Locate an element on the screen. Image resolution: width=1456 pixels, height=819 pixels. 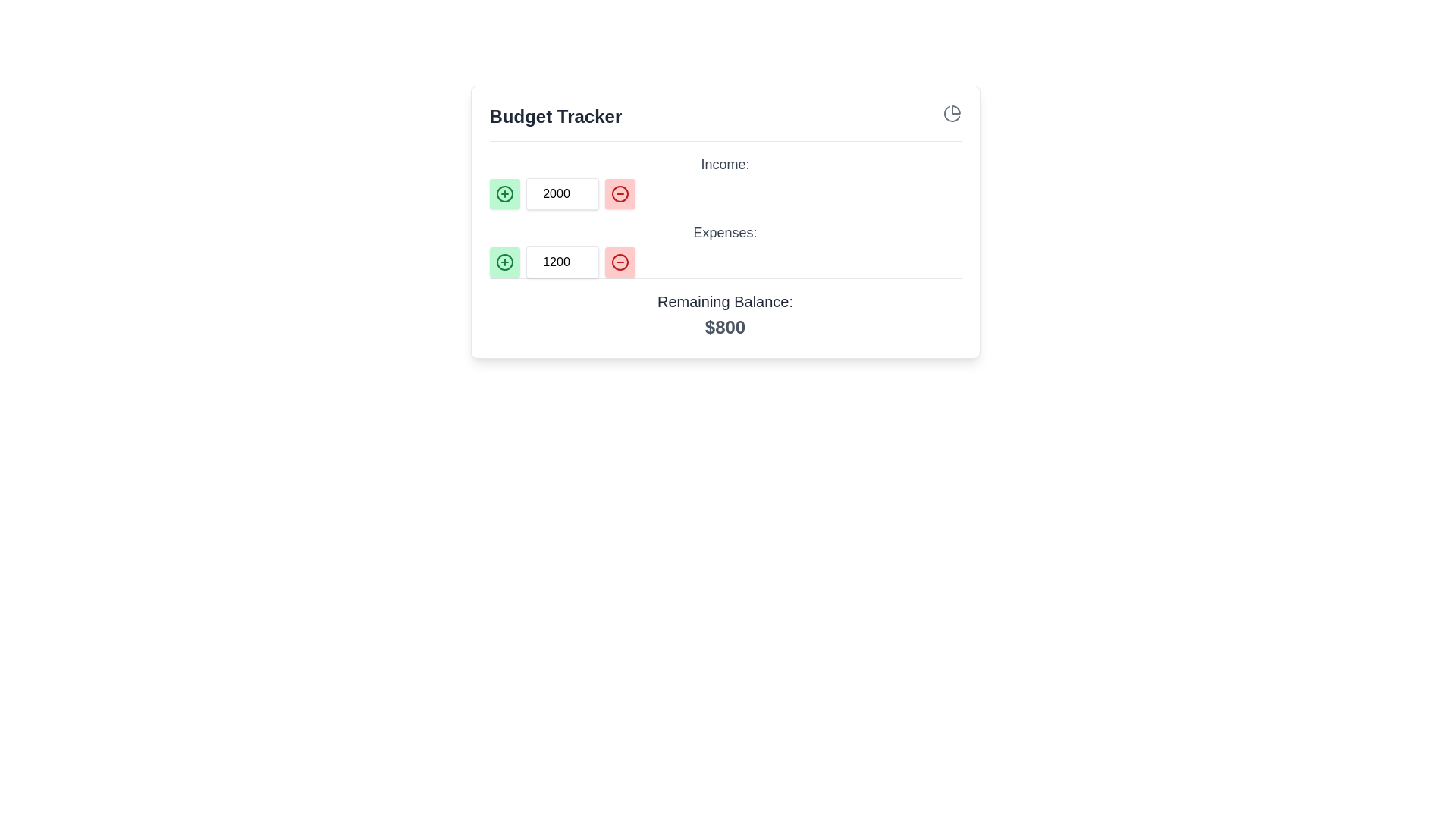
the circular red button with a minus sign inside it, located to the right of the input box displaying '1200' in the budget tracker interface for the second line item labeled 'Expenses' is located at coordinates (620, 262).